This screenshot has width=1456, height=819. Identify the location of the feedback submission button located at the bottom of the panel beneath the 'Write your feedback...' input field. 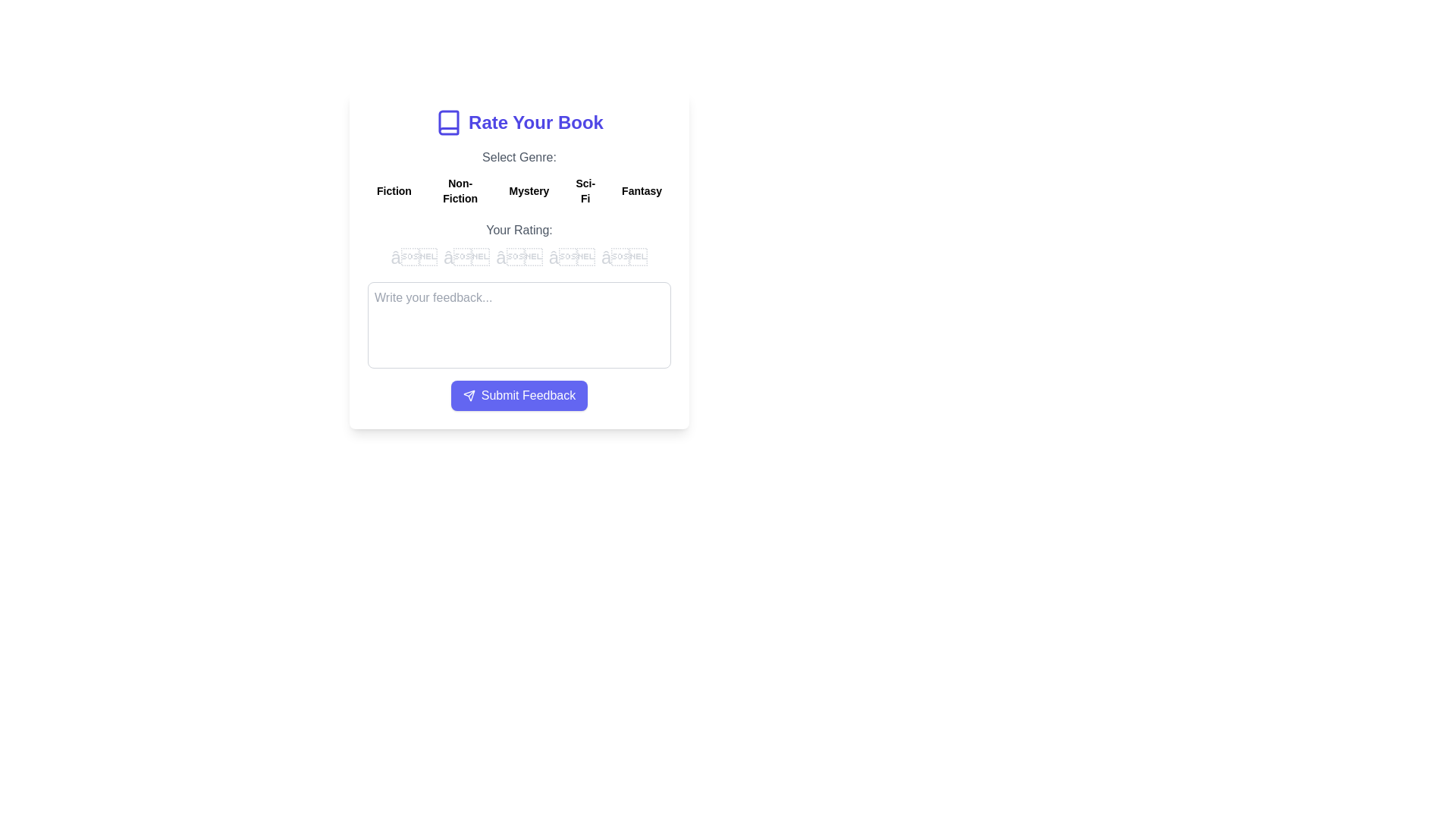
(519, 394).